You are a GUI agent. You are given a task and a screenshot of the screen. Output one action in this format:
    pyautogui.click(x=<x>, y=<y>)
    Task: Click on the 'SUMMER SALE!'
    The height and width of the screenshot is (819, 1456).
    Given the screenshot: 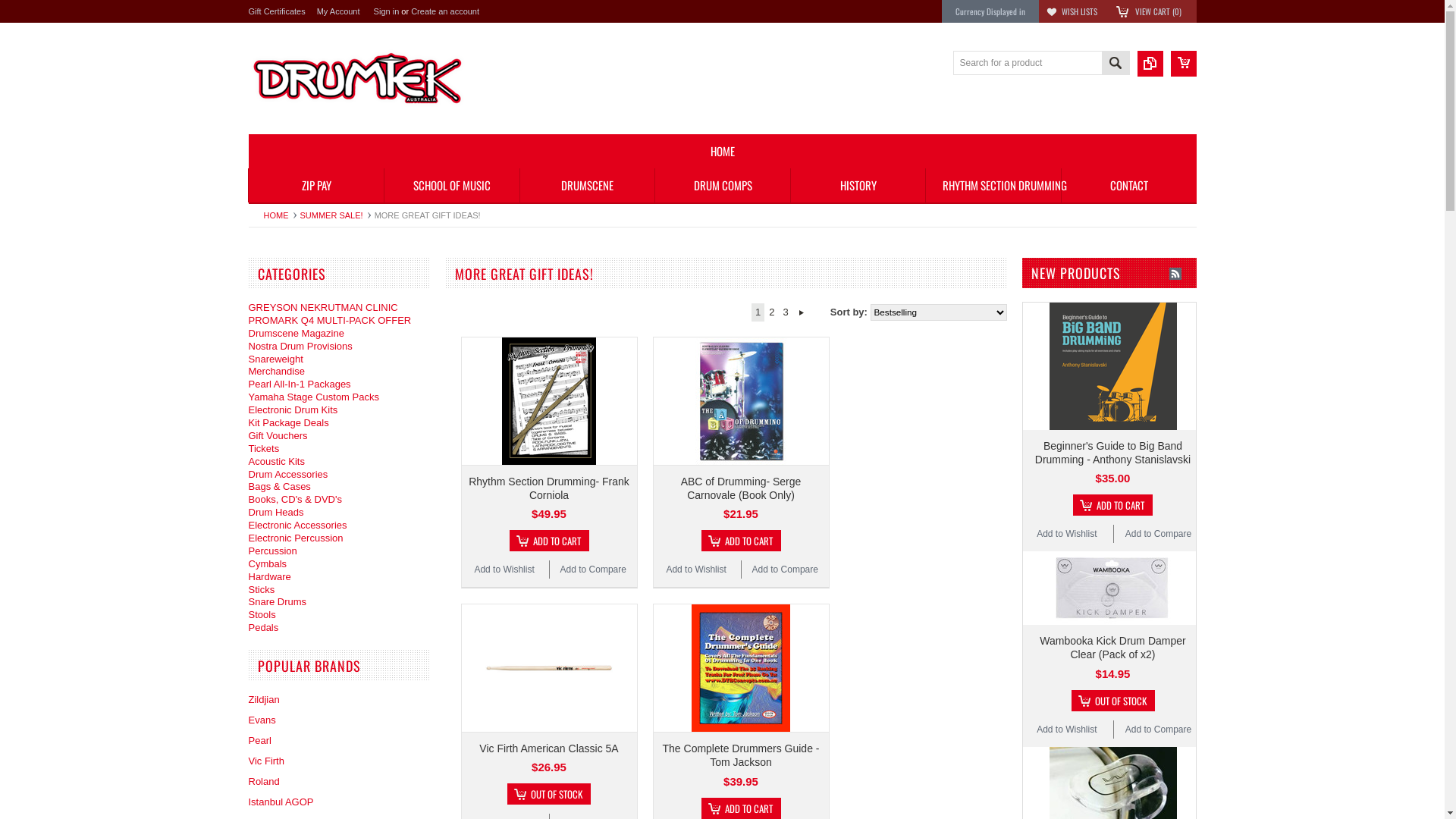 What is the action you would take?
    pyautogui.click(x=334, y=215)
    